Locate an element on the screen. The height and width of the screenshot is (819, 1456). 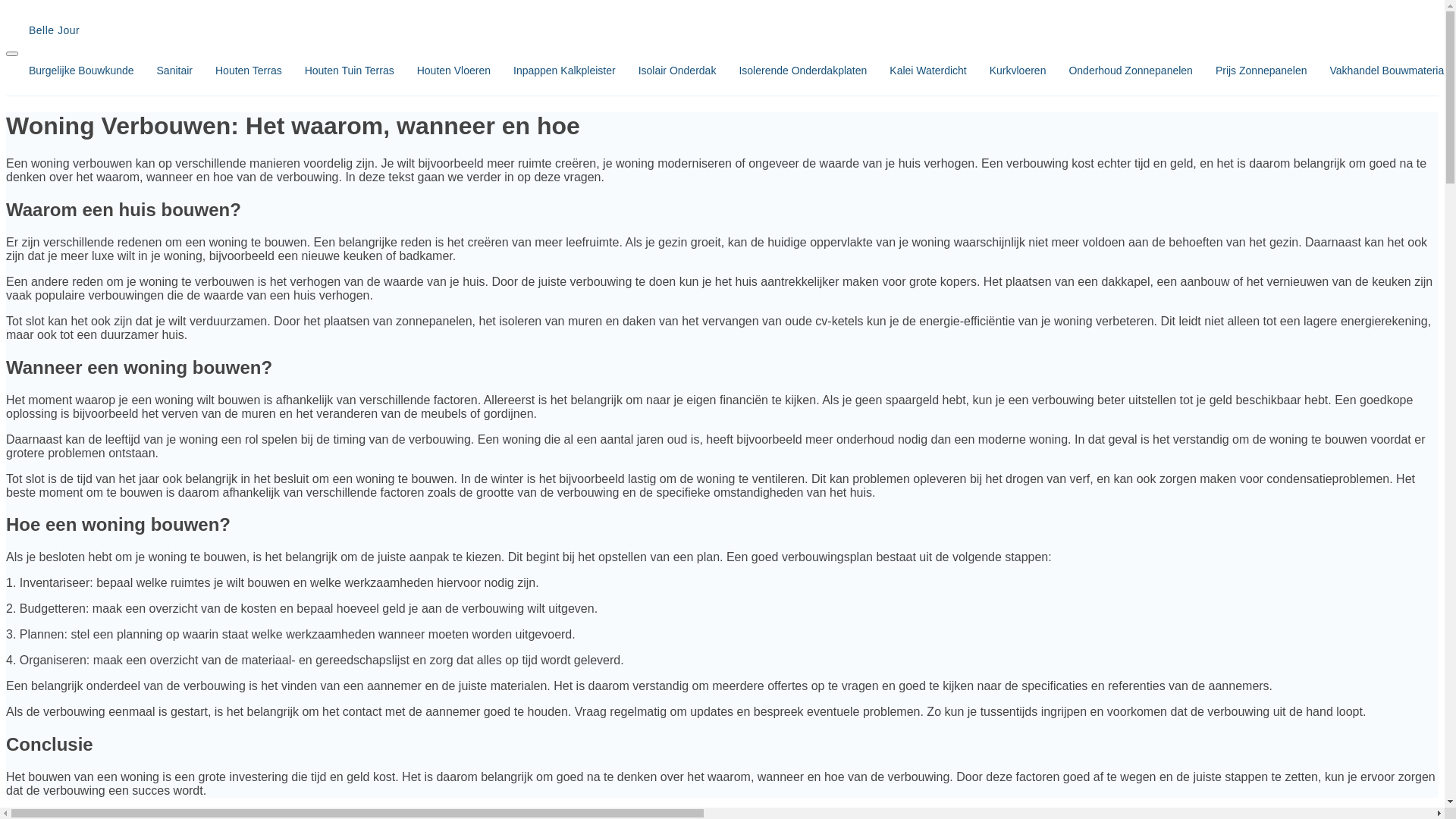
'Isolair Onderdak' is located at coordinates (615, 70).